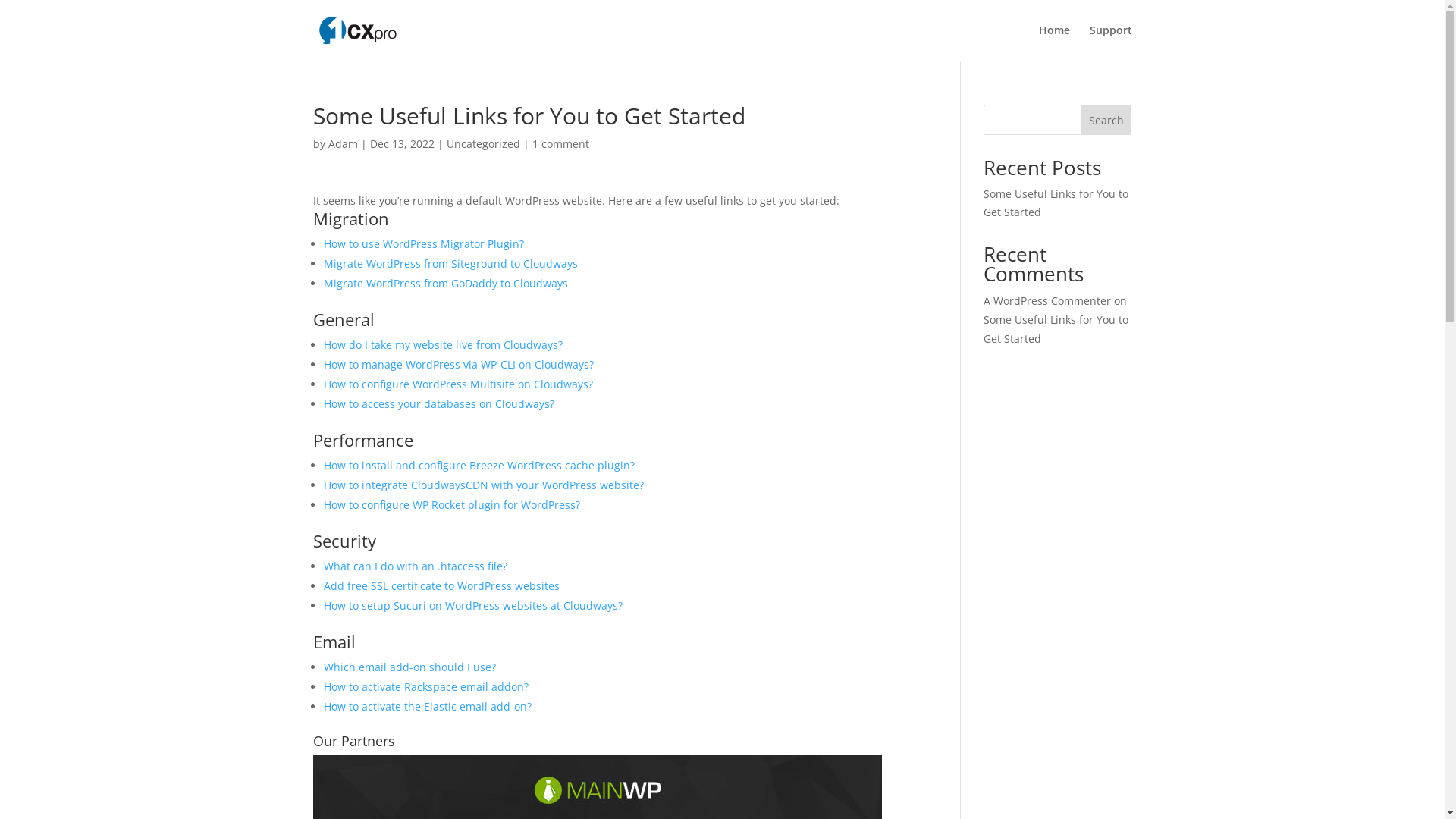 The height and width of the screenshot is (819, 1456). I want to click on 'How to use WordPress Migrator Plugin?', so click(422, 243).